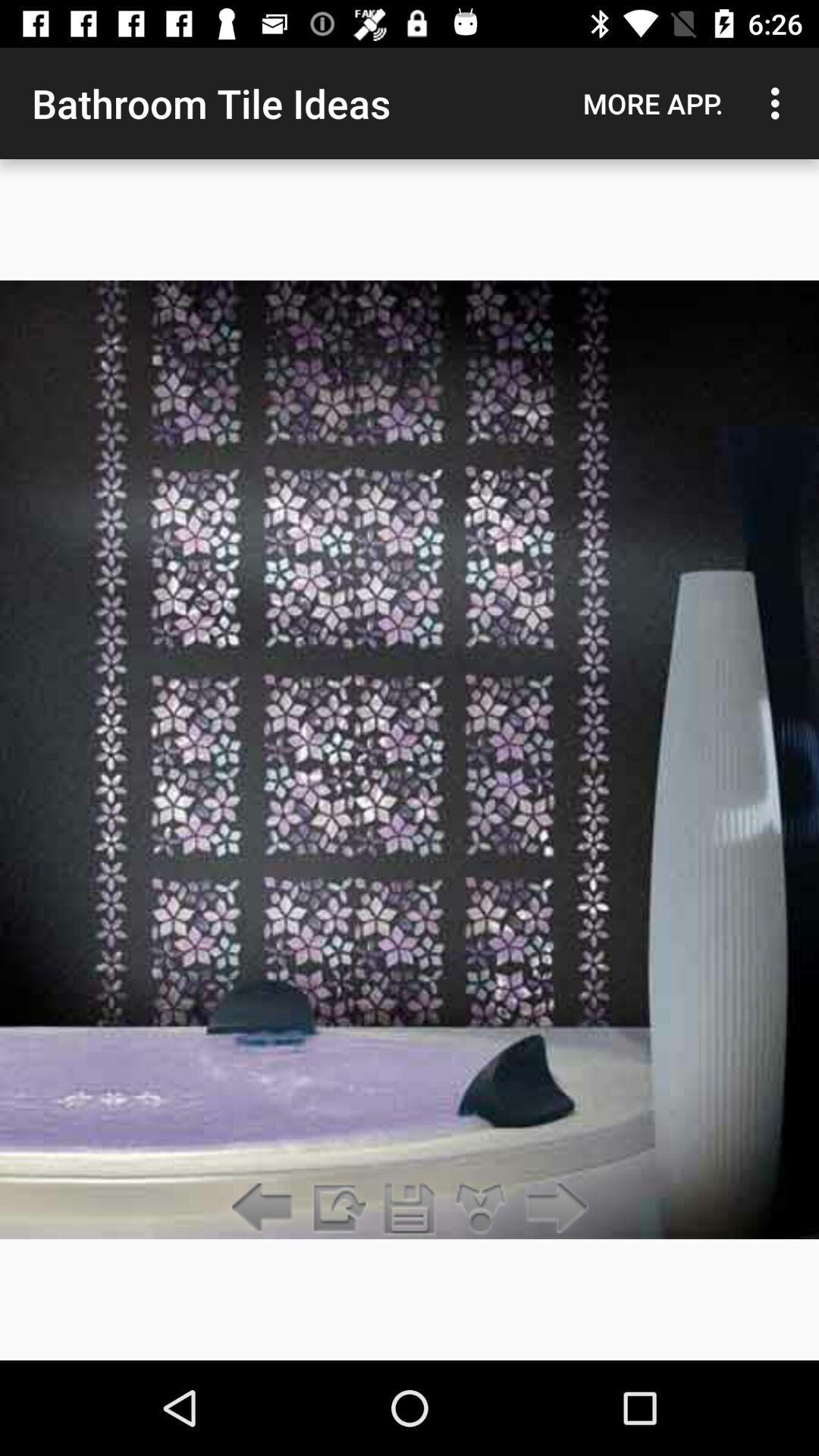  Describe the element at coordinates (265, 1208) in the screenshot. I see `the arrow_backward icon` at that location.